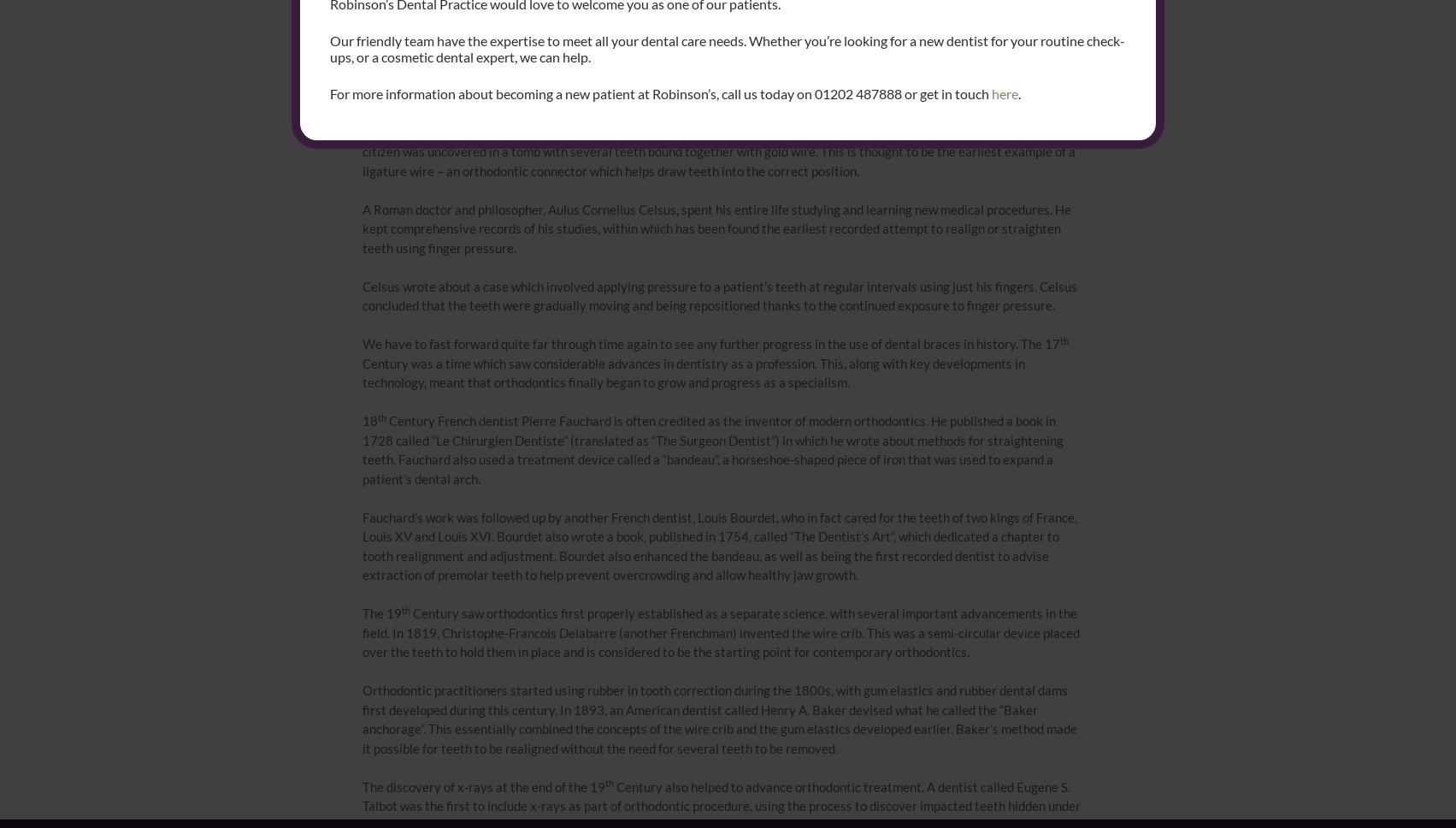  What do you see at coordinates (716, 74) in the screenshot?
I see `'Further on in history, the Etruscans – the predecessors of the Romans – used to bury their dead with dental equipment places in their mouths to ensure their teeth did not collapse before reaching the afterlife. It may not have helped them much when they were alive, but it shows a growing understanding of the importance of straight and well-maintained teeth.'` at bounding box center [716, 74].